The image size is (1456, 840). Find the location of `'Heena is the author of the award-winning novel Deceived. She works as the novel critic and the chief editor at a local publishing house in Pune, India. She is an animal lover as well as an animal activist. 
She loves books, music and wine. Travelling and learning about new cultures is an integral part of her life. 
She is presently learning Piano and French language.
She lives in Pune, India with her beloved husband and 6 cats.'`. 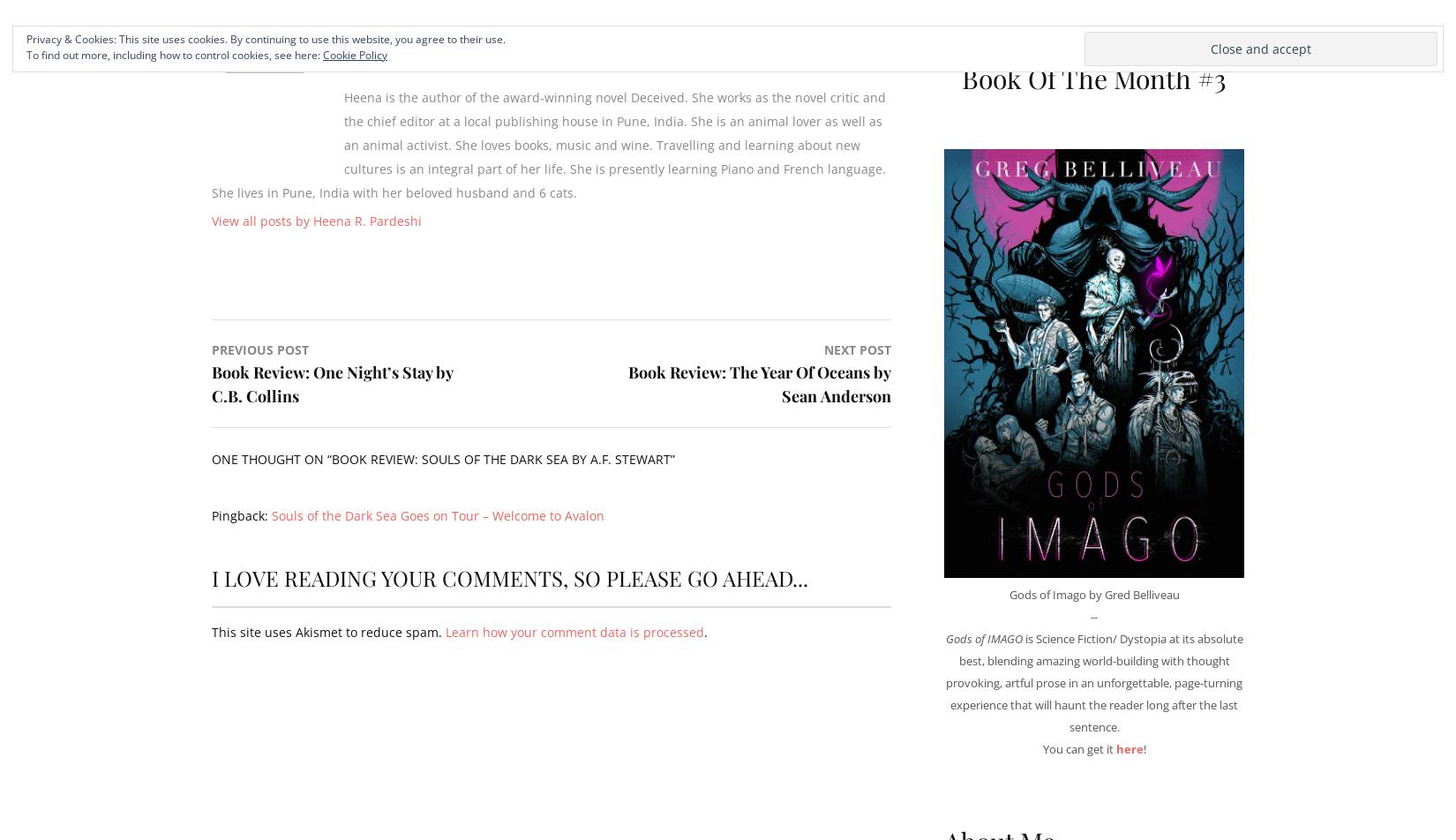

'Heena is the author of the award-winning novel Deceived. She works as the novel critic and the chief editor at a local publishing house in Pune, India. She is an animal lover as well as an animal activist. 
She loves books, music and wine. Travelling and learning about new cultures is an integral part of her life. 
She is presently learning Piano and French language.
She lives in Pune, India with her beloved husband and 6 cats.' is located at coordinates (548, 144).